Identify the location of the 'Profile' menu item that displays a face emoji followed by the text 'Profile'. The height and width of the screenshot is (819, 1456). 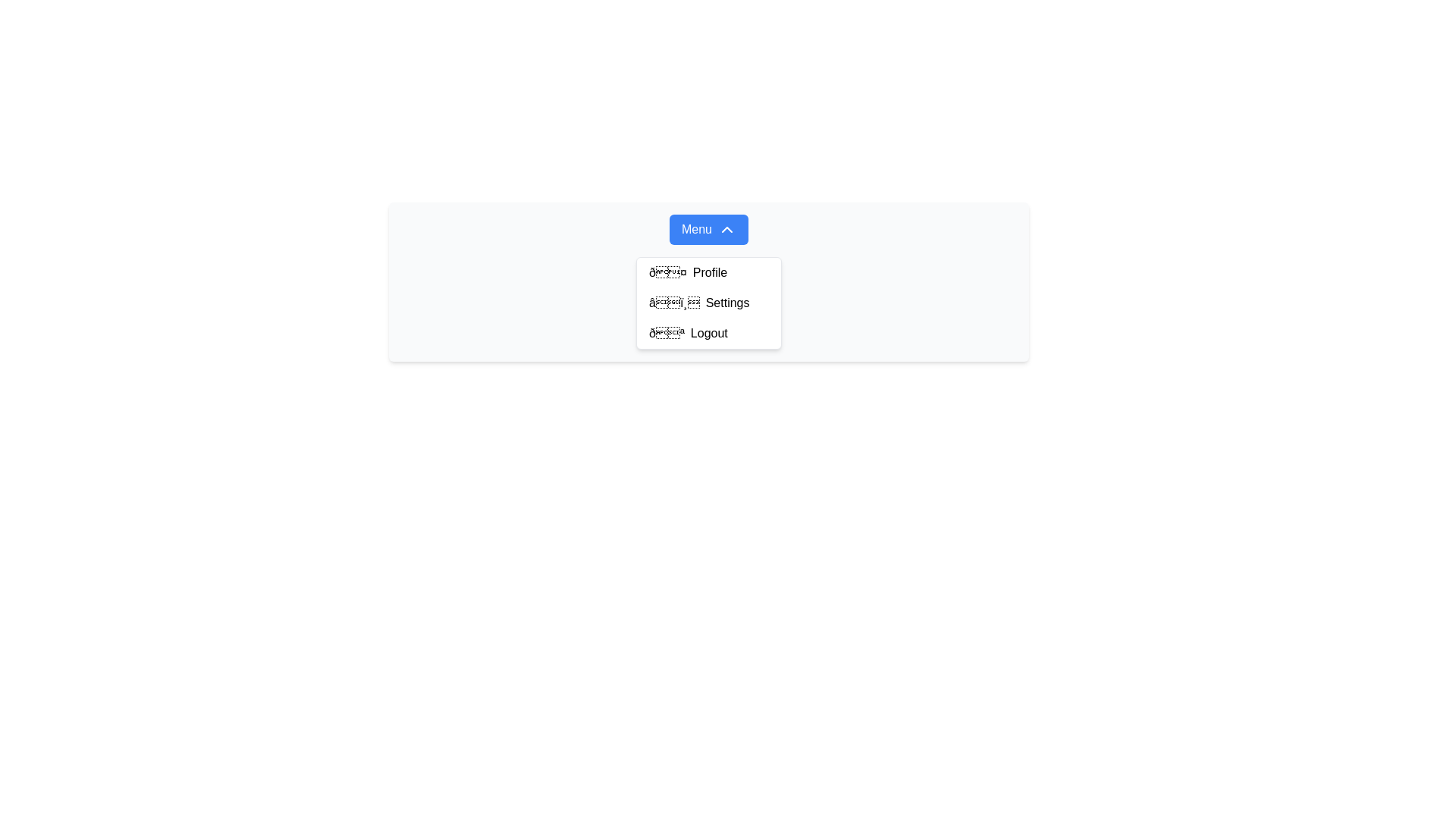
(708, 271).